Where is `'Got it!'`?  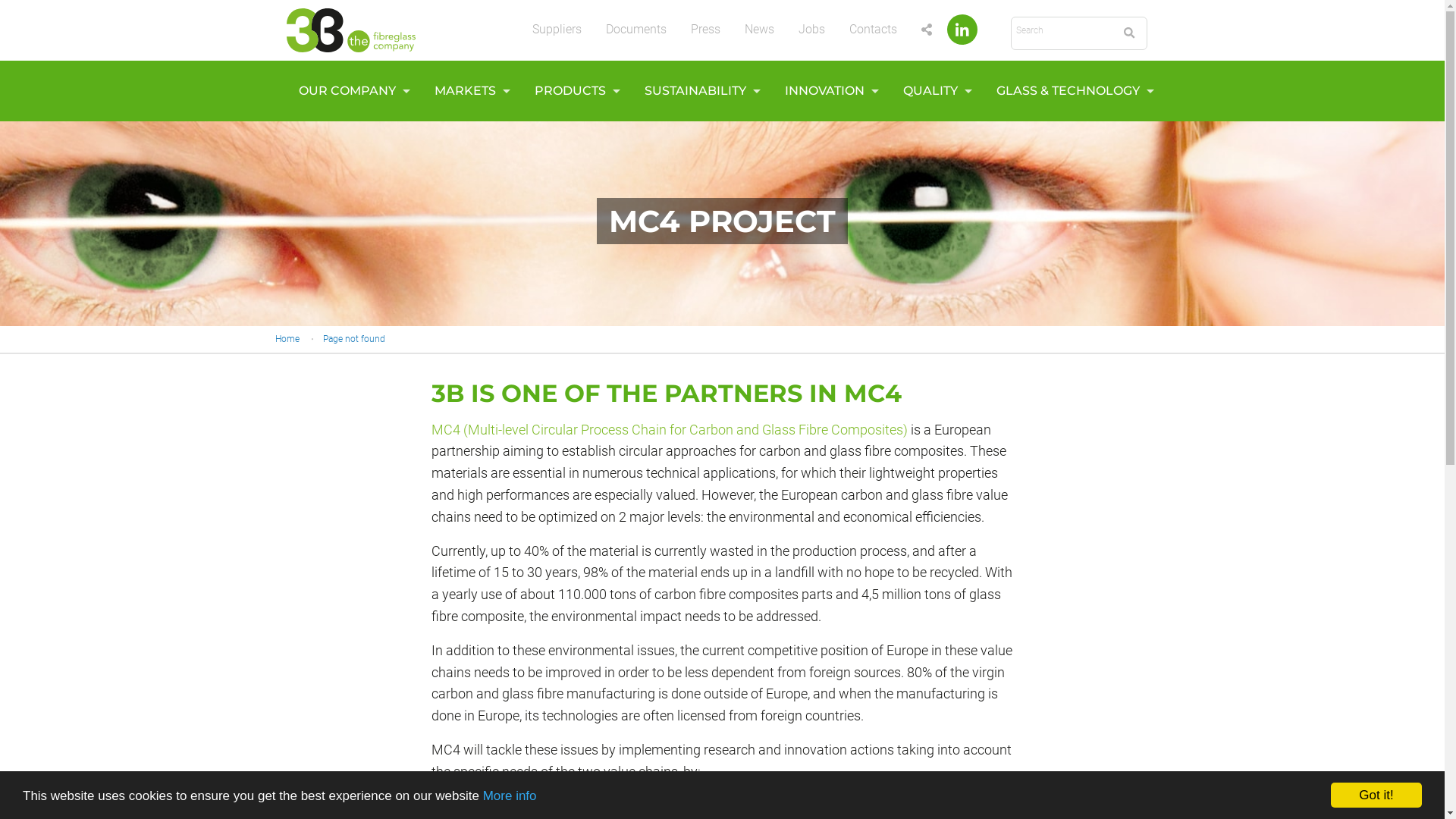
'Got it!' is located at coordinates (1376, 794).